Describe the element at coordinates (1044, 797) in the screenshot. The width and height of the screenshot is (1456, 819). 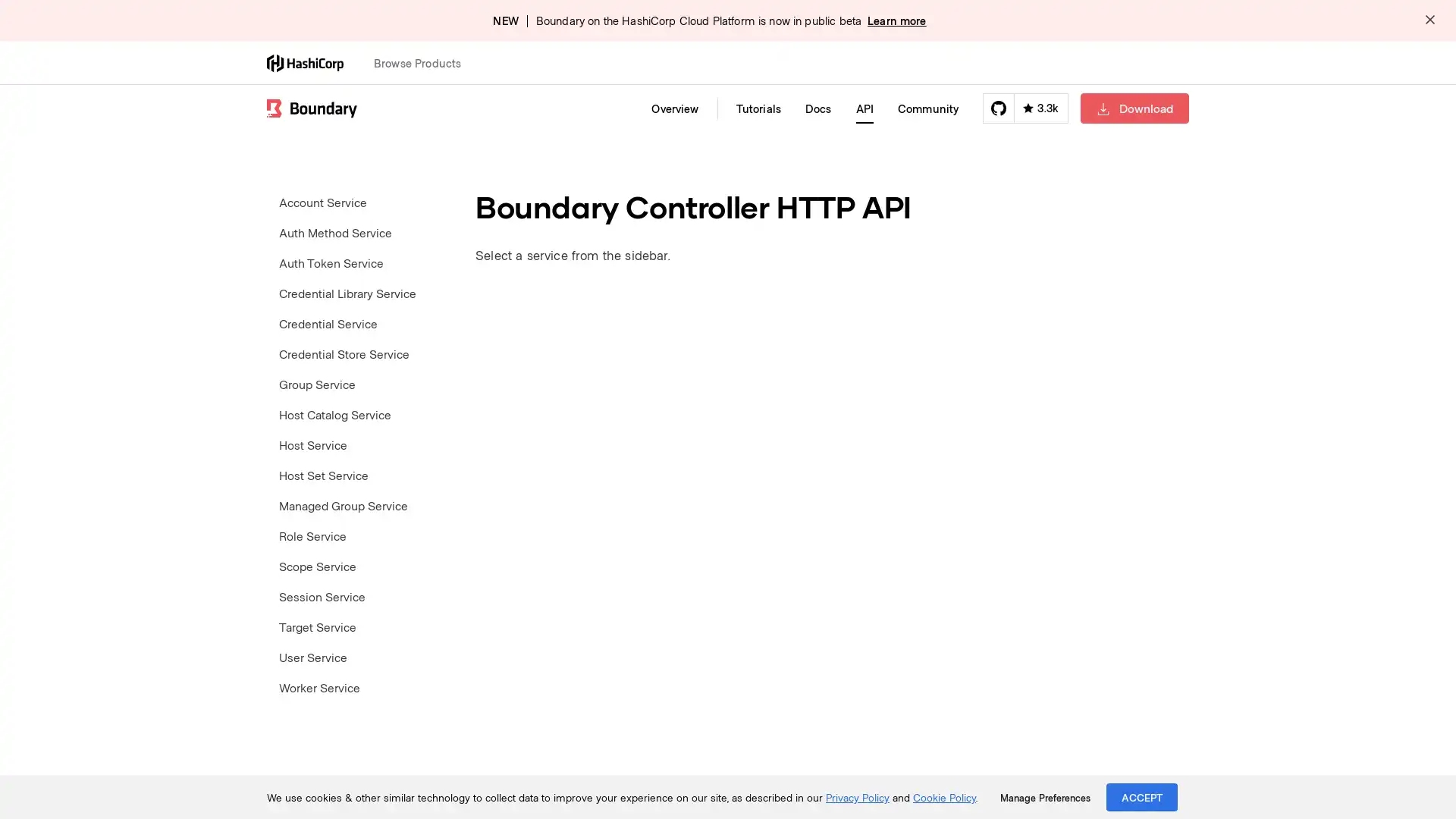
I see `Manage Preferences` at that location.